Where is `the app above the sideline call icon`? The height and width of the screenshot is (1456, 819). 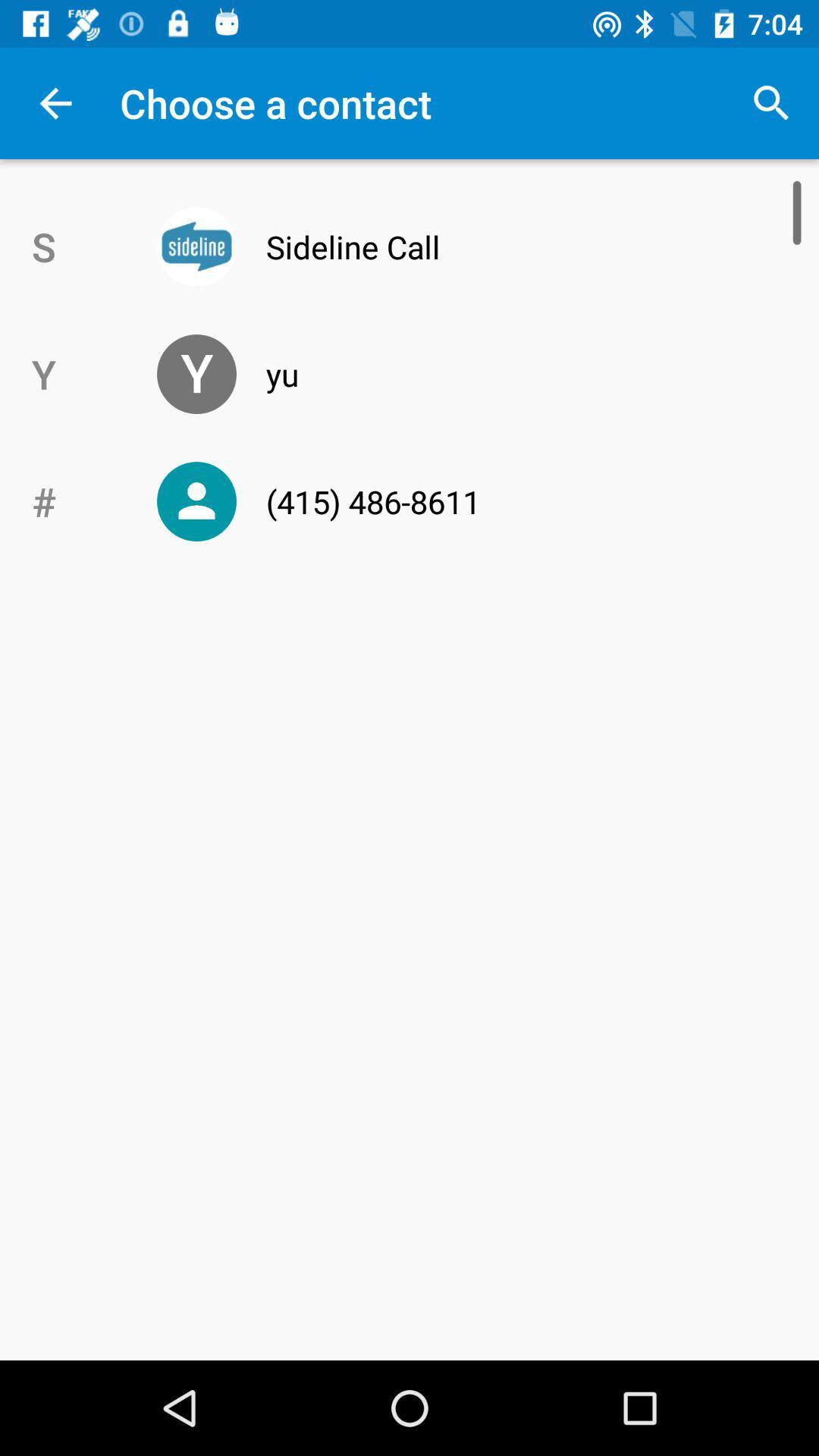 the app above the sideline call icon is located at coordinates (771, 102).